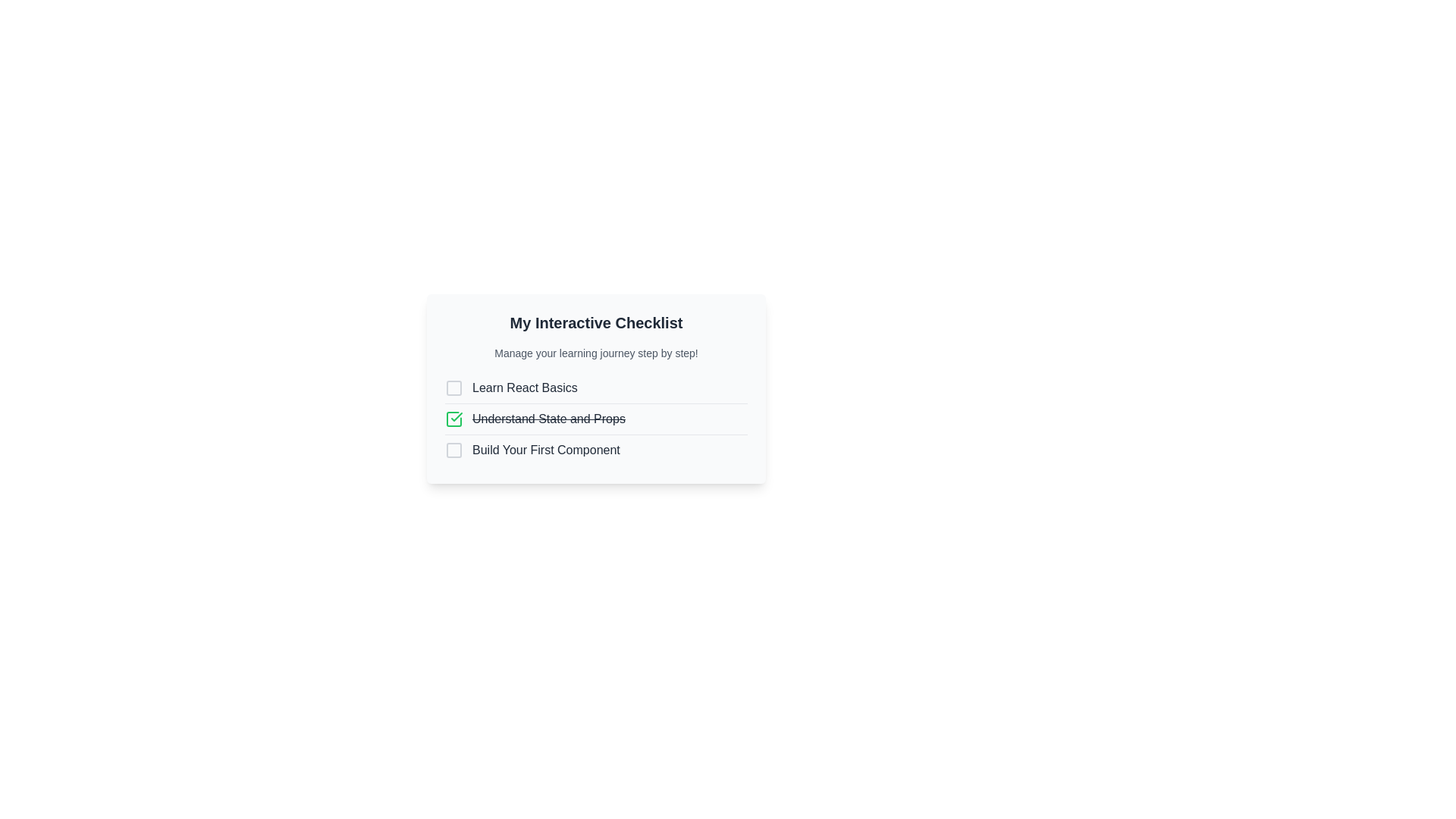  Describe the element at coordinates (595, 449) in the screenshot. I see `associated text of the third checkbox item in the interactive checklist, which is located below 'Understand State and Props'` at that location.